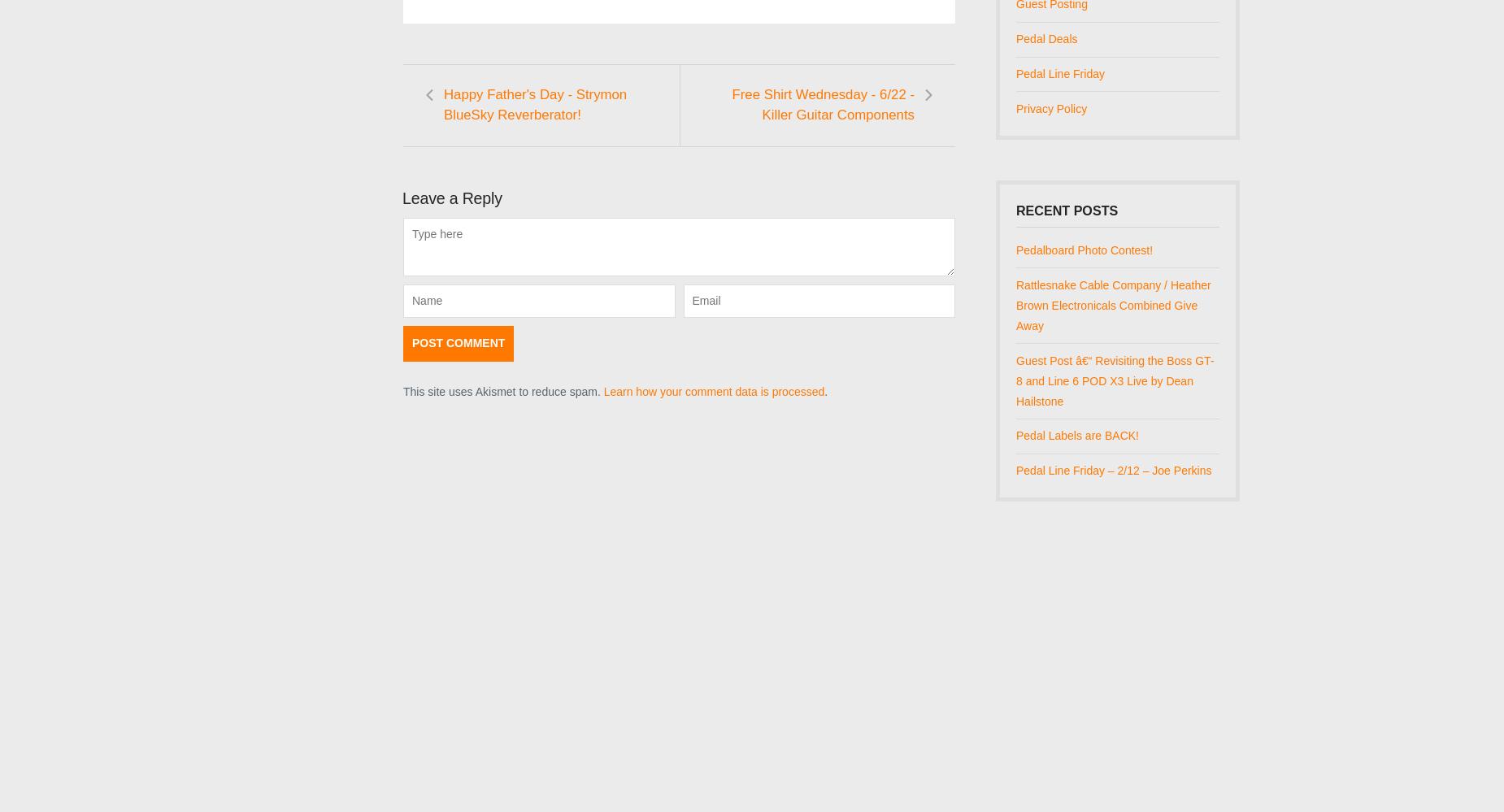  Describe the element at coordinates (1066, 210) in the screenshot. I see `'Recent Posts'` at that location.